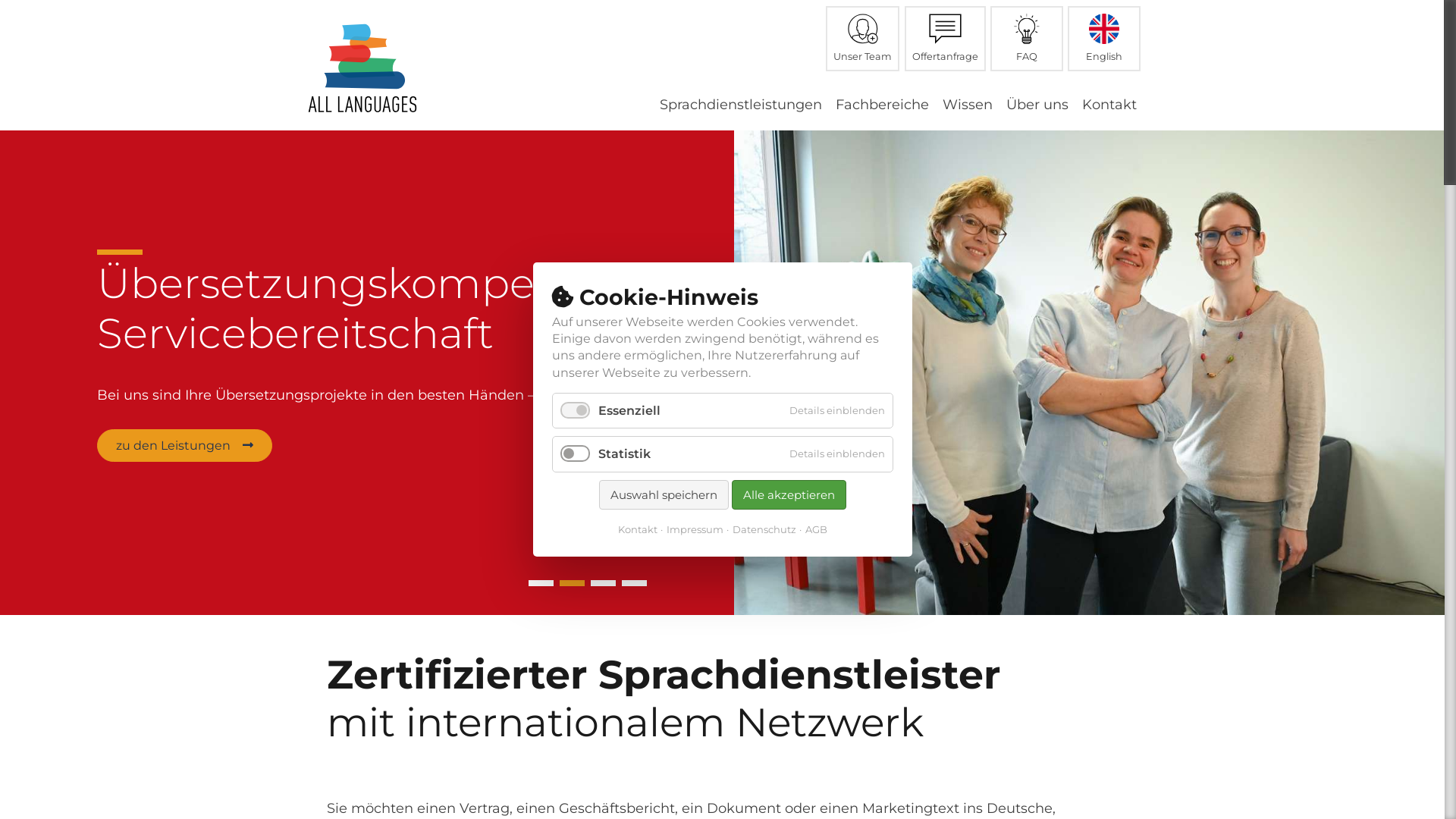 The height and width of the screenshot is (819, 1456). Describe the element at coordinates (361, 67) in the screenshot. I see `'Zur Startseite'` at that location.